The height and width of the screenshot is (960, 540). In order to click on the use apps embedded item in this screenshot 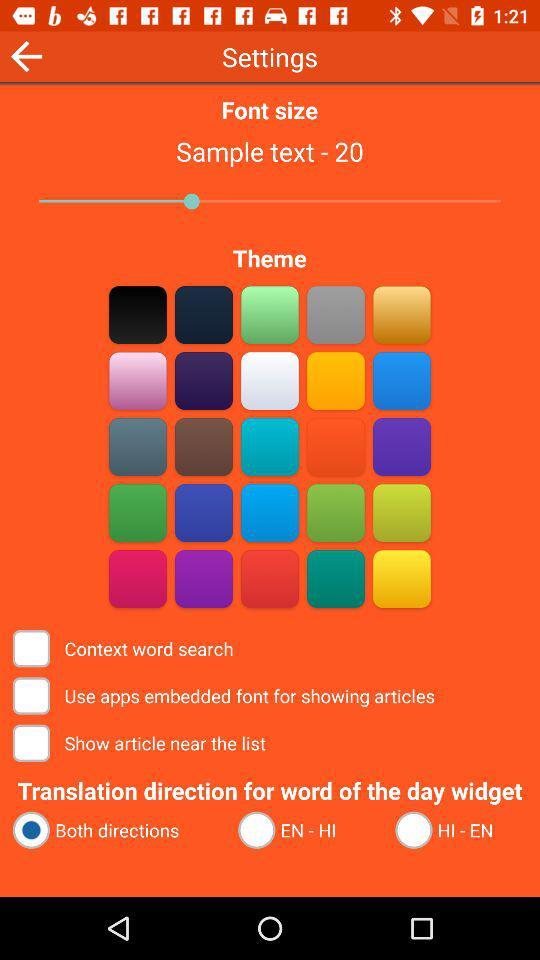, I will do `click(225, 696)`.